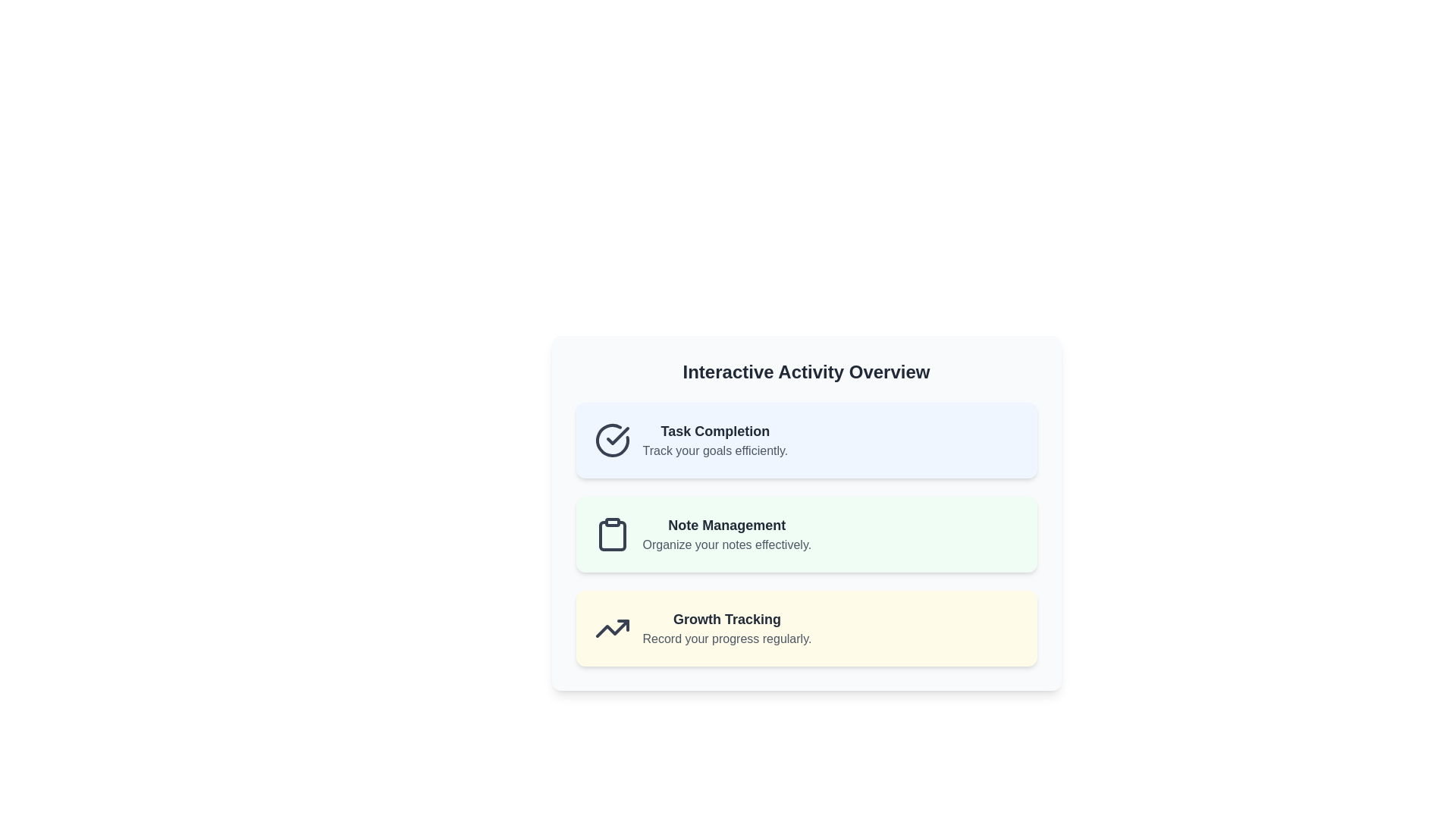 This screenshot has width=1456, height=819. What do you see at coordinates (612, 534) in the screenshot?
I see `the note management icon, which is the leftmost item in the 'Note Management' section, adjacent to the text 'Note Management' and 'Organize your notes effectively.'` at bounding box center [612, 534].